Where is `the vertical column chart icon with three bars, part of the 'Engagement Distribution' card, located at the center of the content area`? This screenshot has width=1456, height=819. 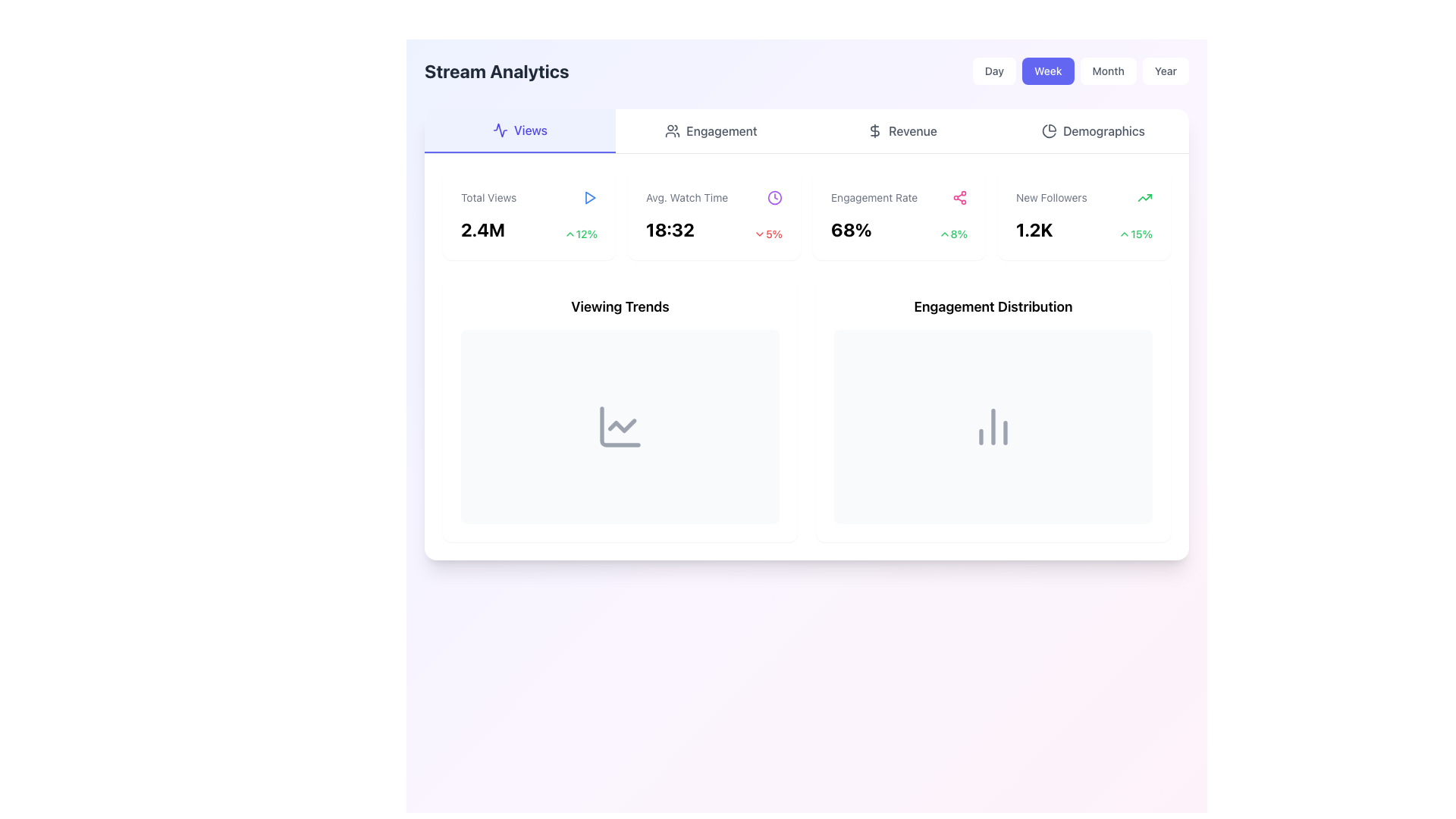 the vertical column chart icon with three bars, part of the 'Engagement Distribution' card, located at the center of the content area is located at coordinates (993, 427).